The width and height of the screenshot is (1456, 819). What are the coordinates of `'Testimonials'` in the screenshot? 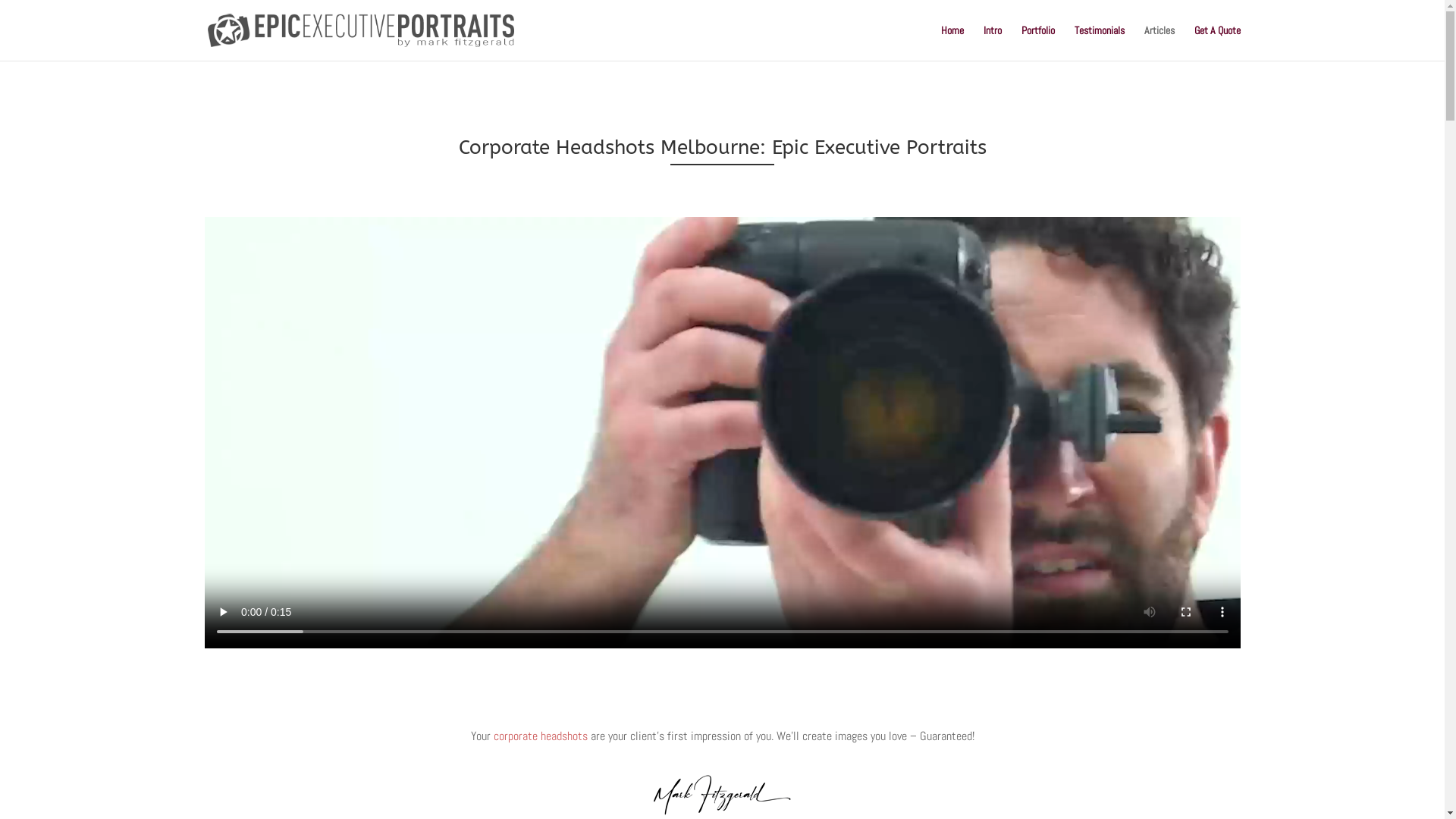 It's located at (1099, 42).